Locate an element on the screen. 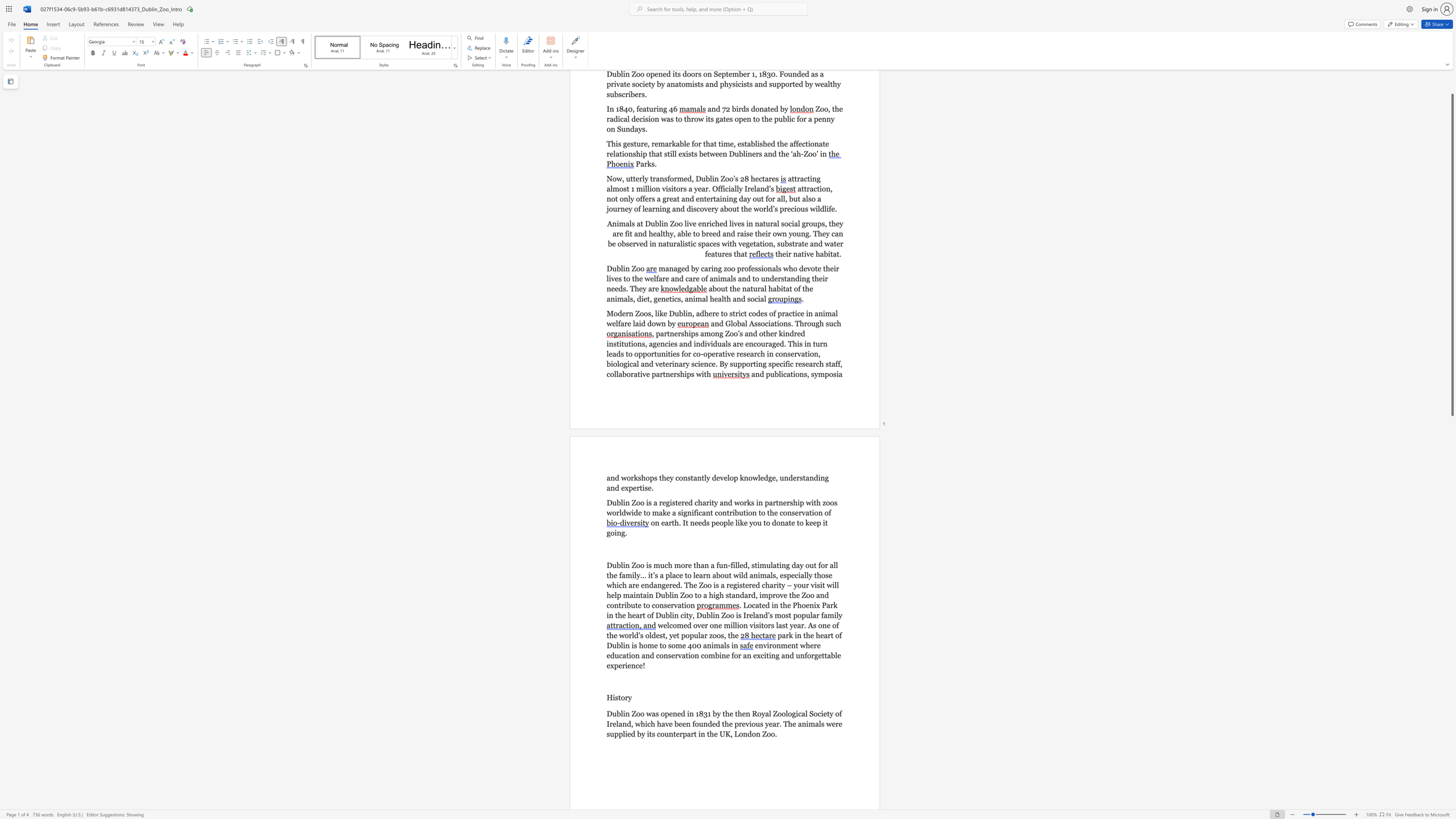 The height and width of the screenshot is (819, 1456). the subset text "eeds. They" within the text "managed by caring zoo professionals who devote their lives to the welfare and care of animals and to understanding their needs. They are" is located at coordinates (610, 288).